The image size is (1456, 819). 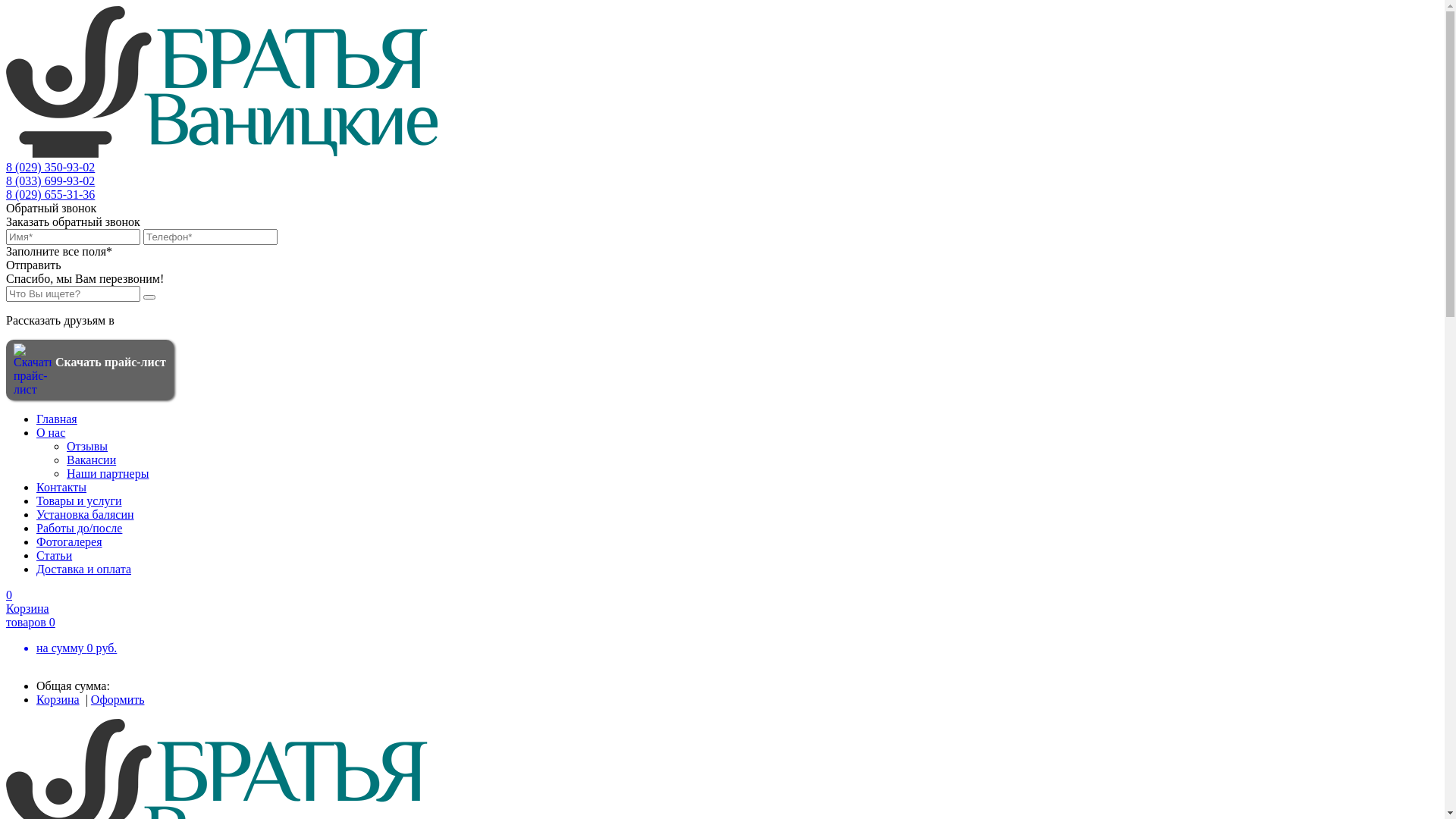 I want to click on '8 (029) 655-31-36', so click(x=50, y=193).